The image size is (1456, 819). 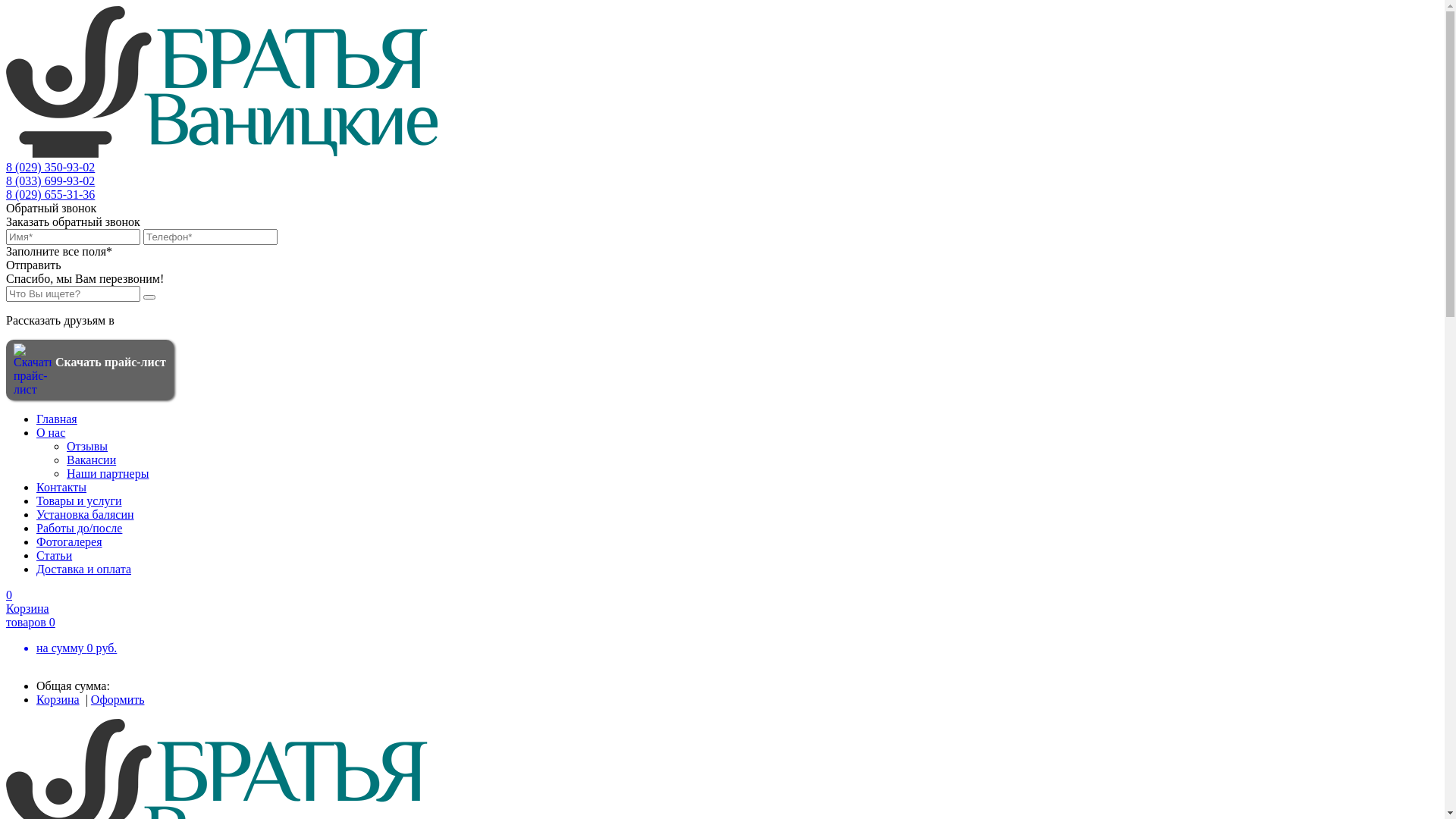 I want to click on '8 (029) 655-31-36', so click(x=50, y=193).